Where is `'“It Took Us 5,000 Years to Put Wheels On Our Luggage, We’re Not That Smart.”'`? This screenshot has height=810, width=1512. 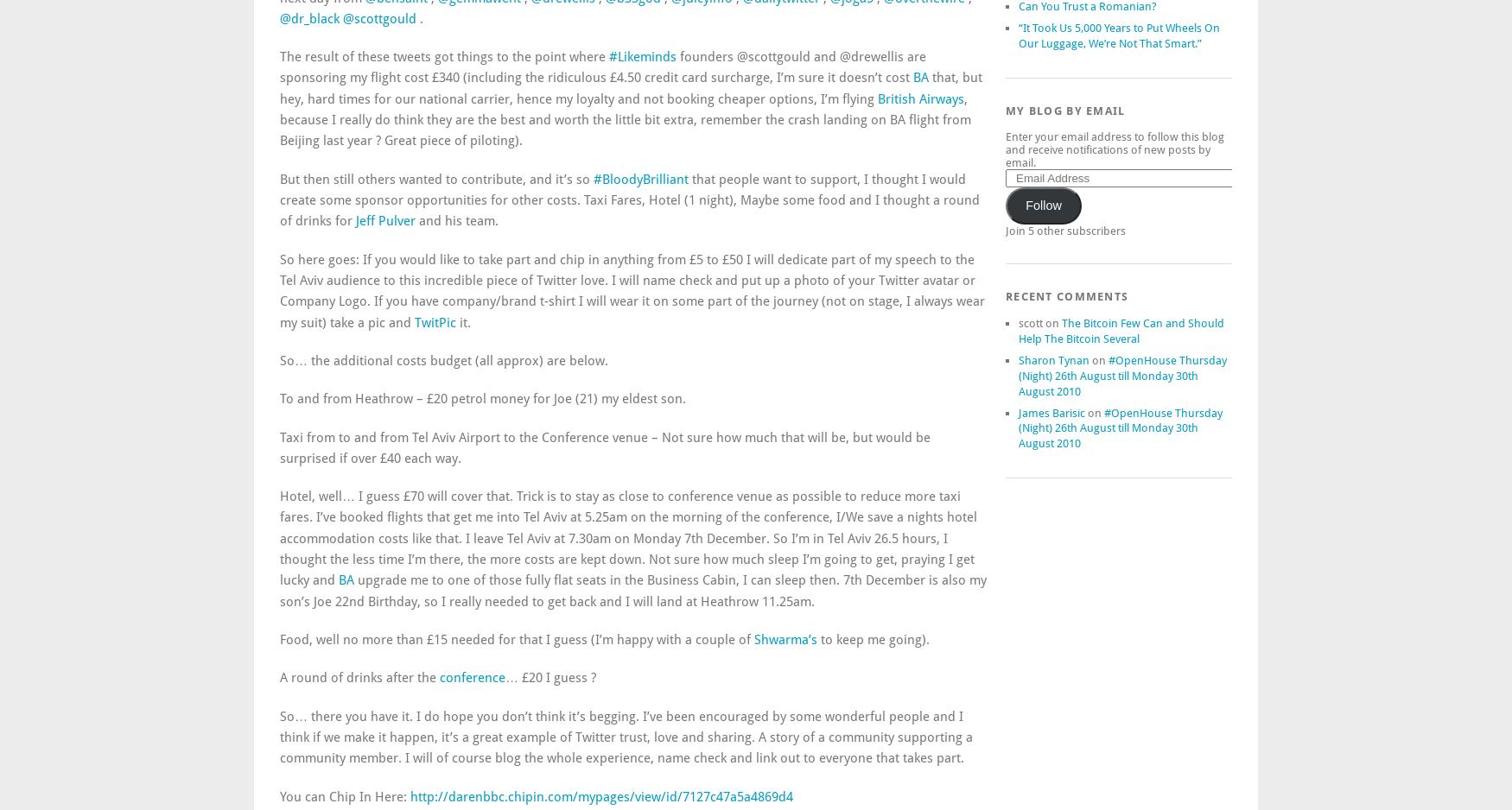 '“It Took Us 5,000 Years to Put Wheels On Our Luggage, We’re Not That Smart.”' is located at coordinates (1118, 34).